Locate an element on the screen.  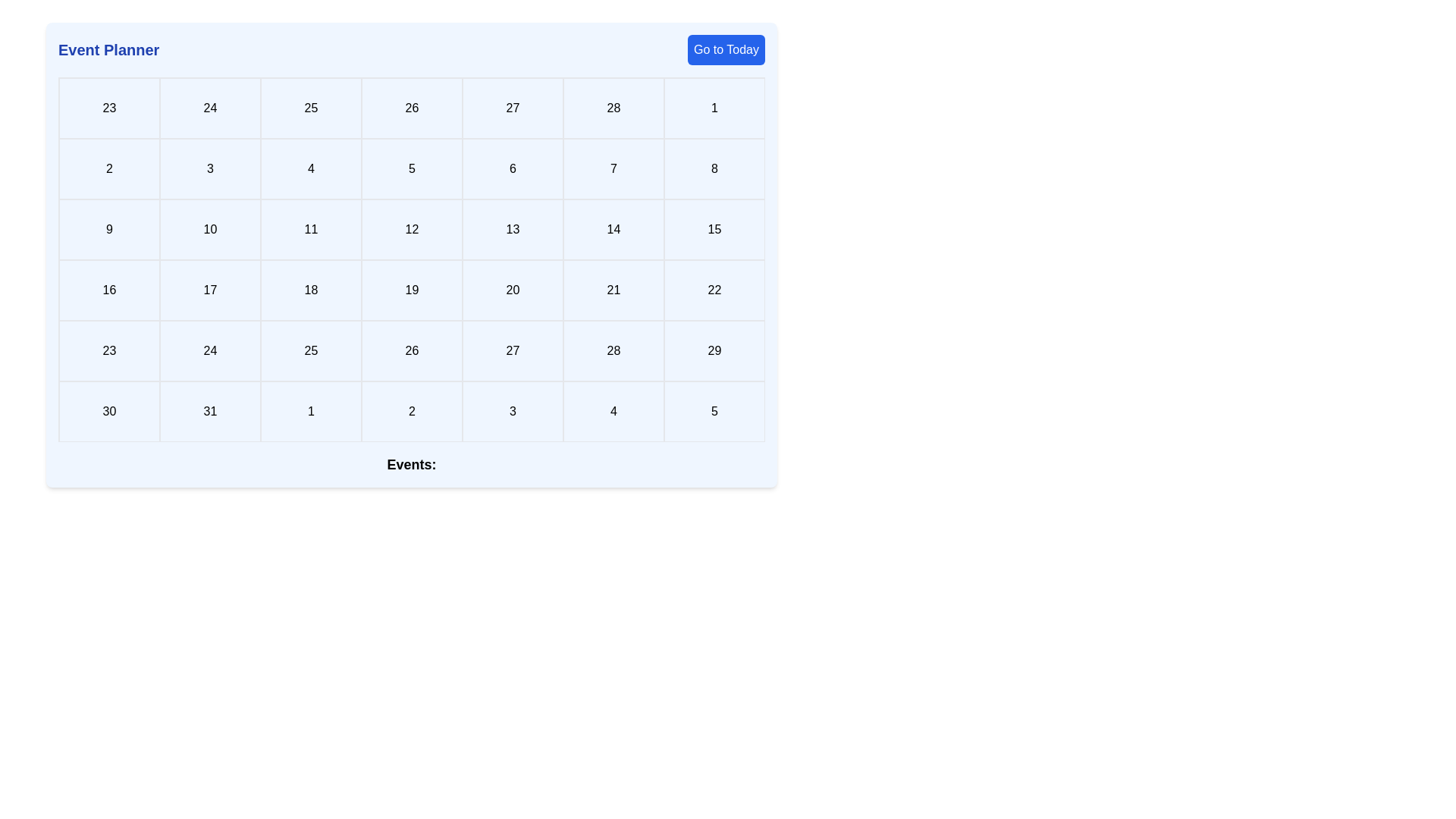
the calendar grid cell containing the text '11' is located at coordinates (310, 230).